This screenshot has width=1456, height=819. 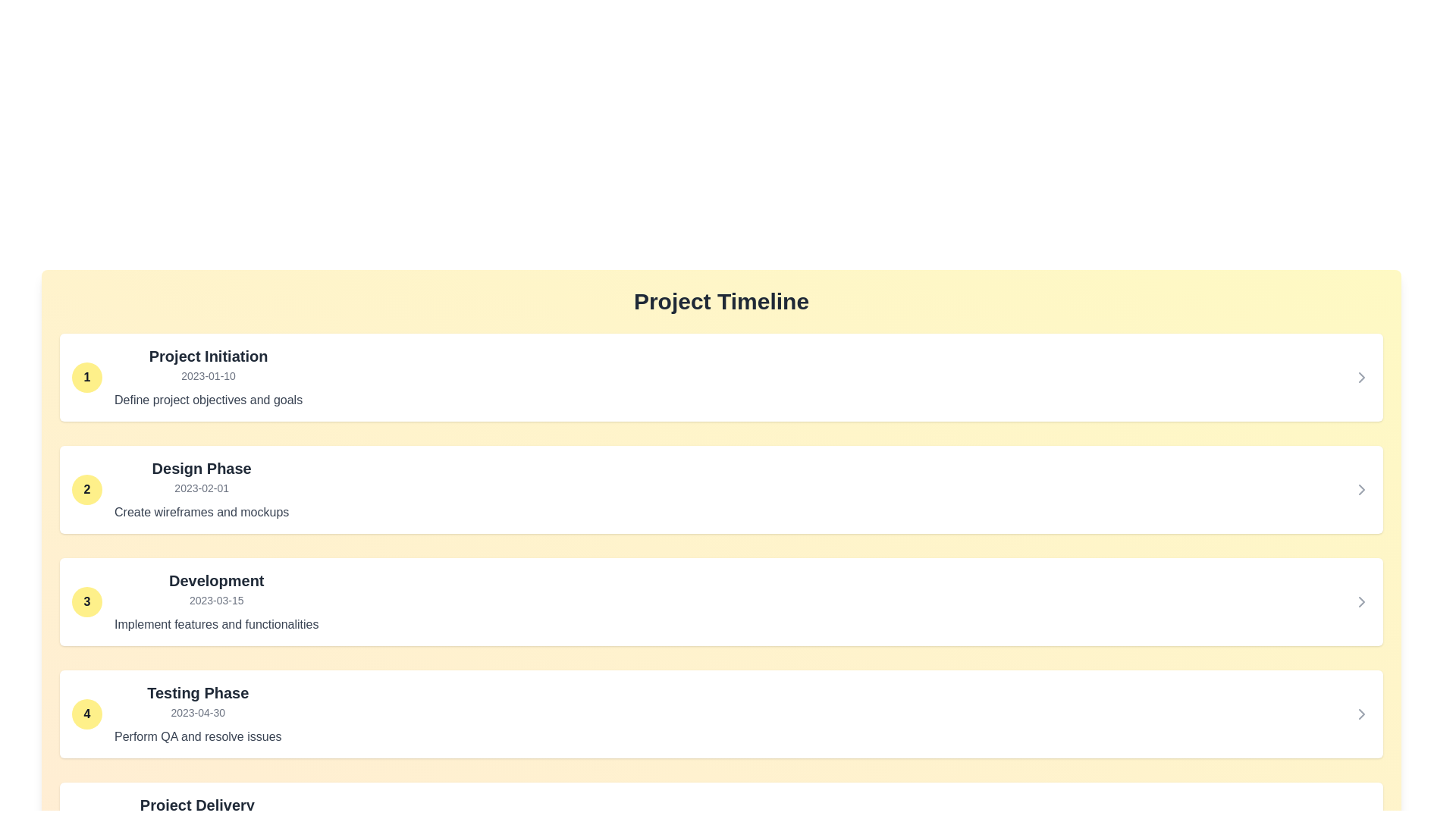 I want to click on the static text label that serves as the heading for the current project phase context, located under the 'Testing Phase' section, so click(x=196, y=804).